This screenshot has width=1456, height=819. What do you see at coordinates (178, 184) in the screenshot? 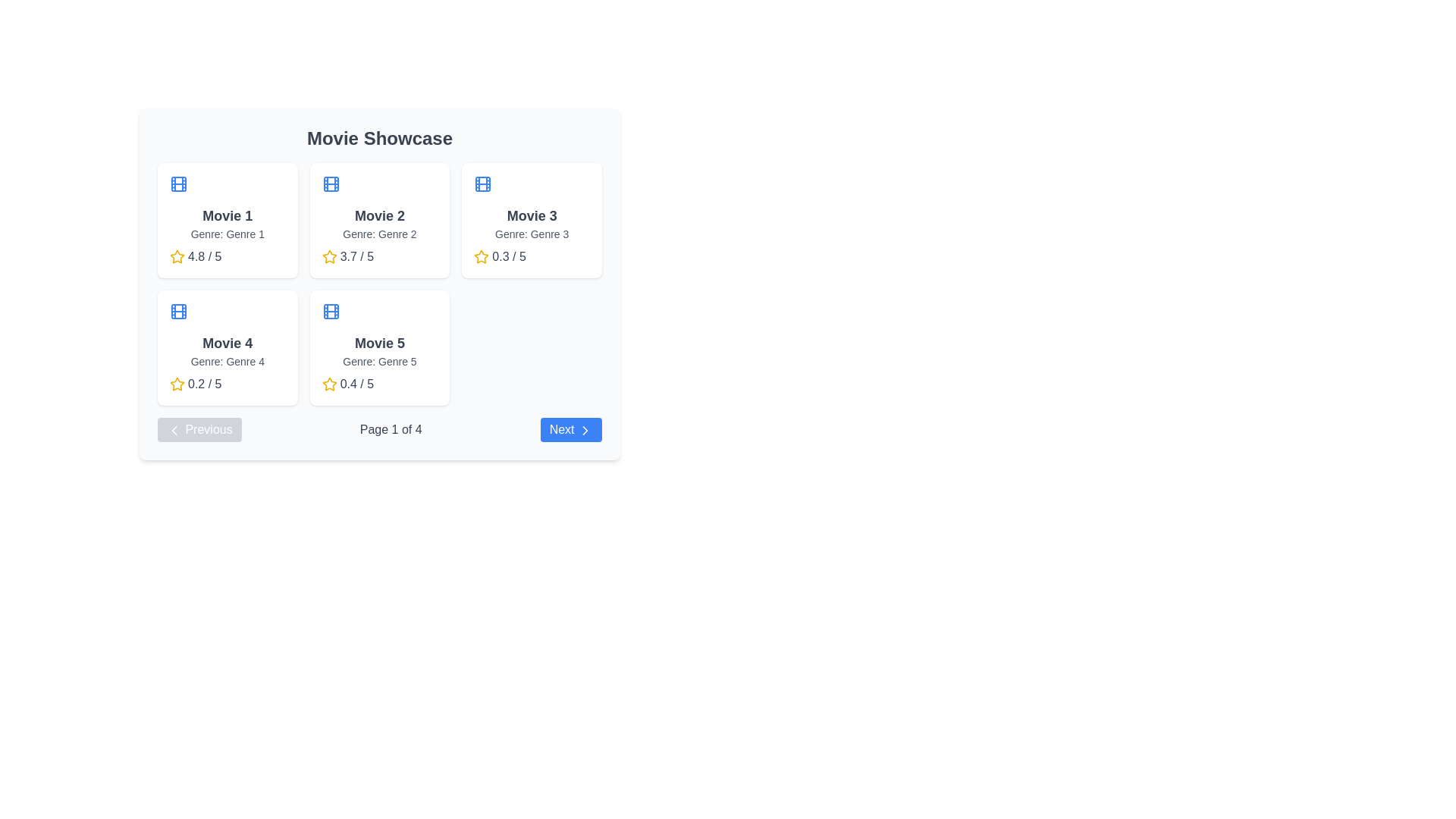
I see `the movie icon located at the top left corner of the first card, which symbolizes a movie or video, positioned to the left of the text 'Movie 1'` at bounding box center [178, 184].